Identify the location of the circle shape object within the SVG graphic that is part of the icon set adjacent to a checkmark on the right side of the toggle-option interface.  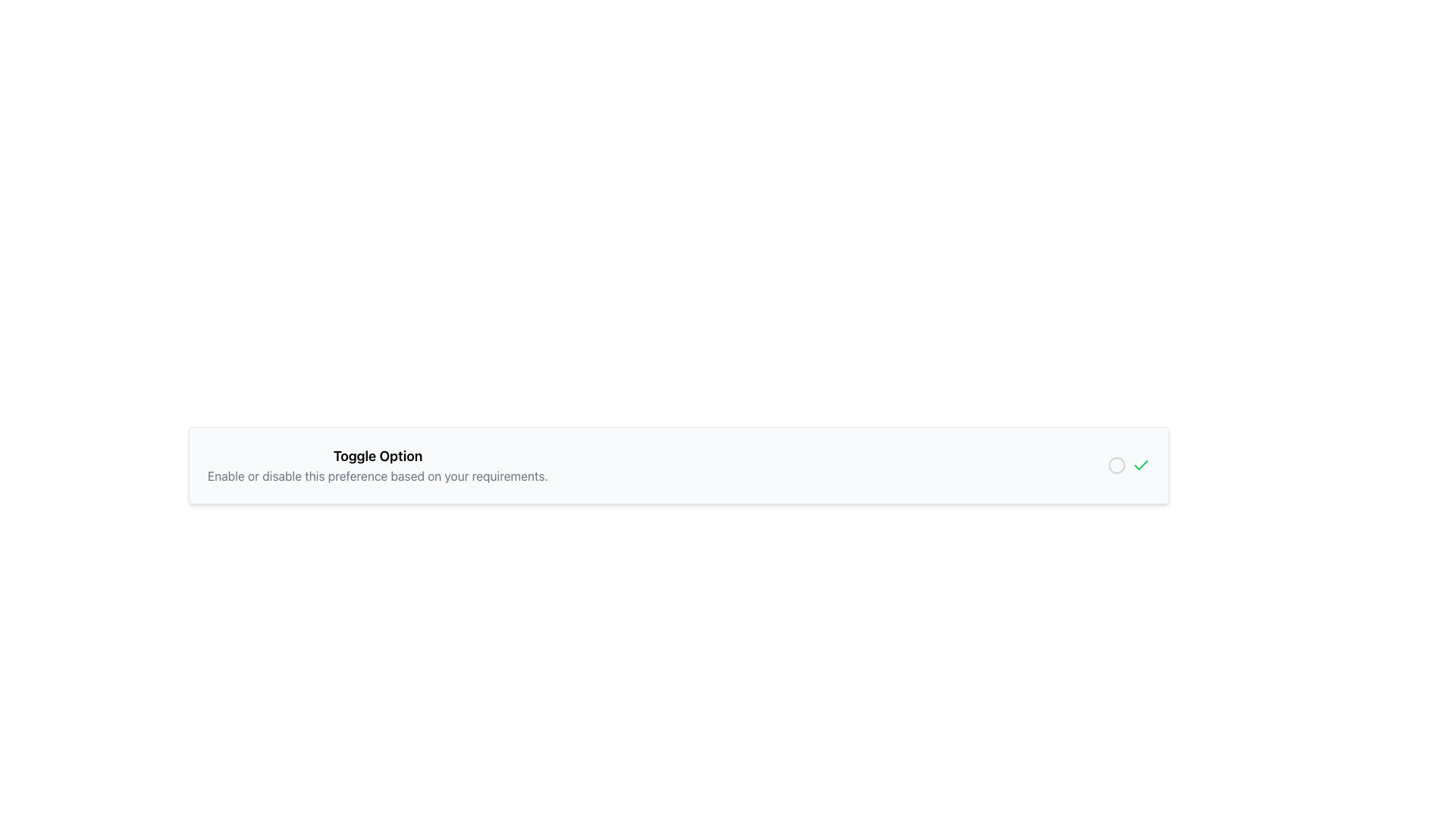
(1117, 464).